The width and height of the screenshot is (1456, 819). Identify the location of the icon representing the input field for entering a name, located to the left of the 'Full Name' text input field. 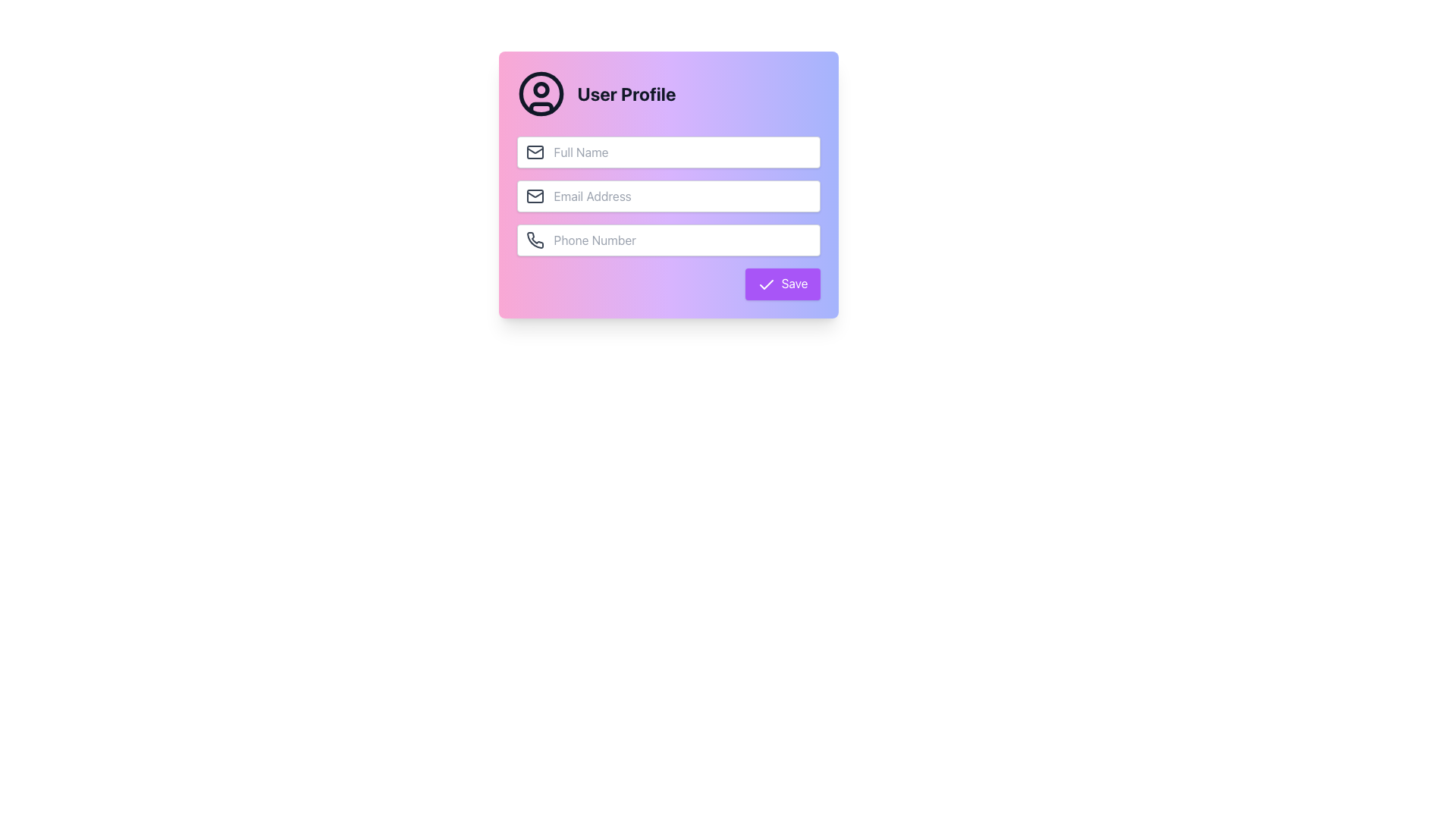
(535, 152).